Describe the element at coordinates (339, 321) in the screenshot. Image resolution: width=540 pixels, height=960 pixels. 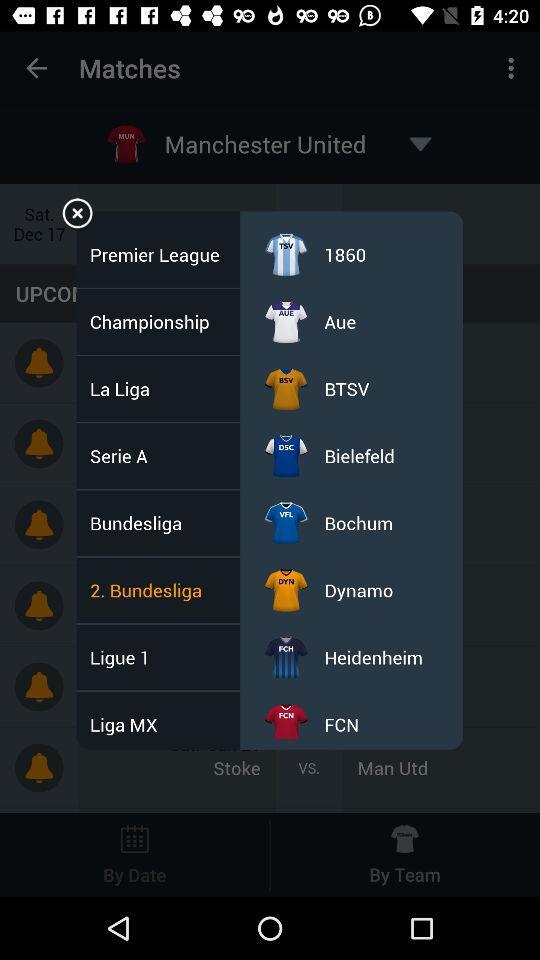
I see `icon below the 1860` at that location.